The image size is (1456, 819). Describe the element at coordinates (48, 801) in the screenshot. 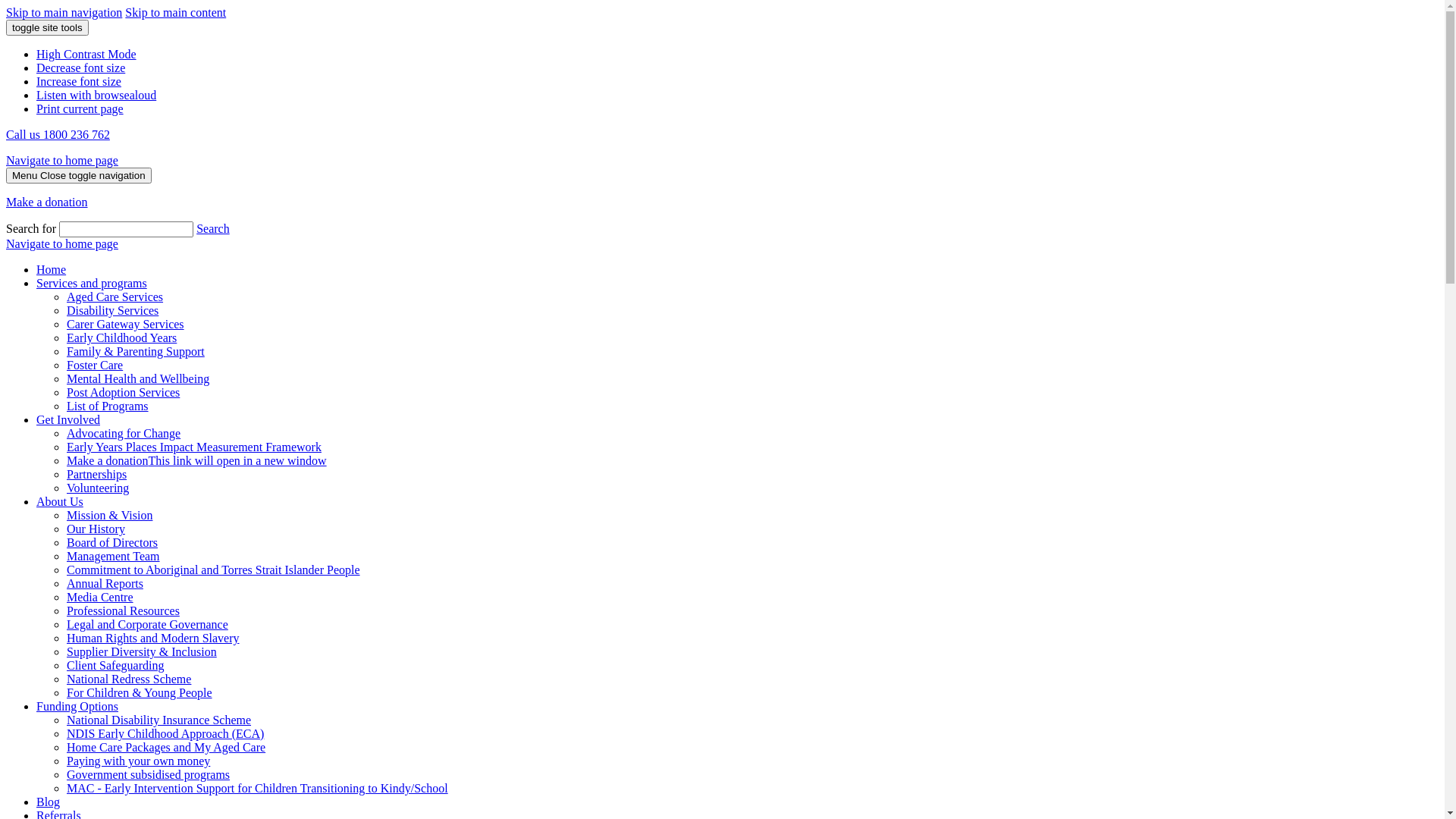

I see `'Blog'` at that location.